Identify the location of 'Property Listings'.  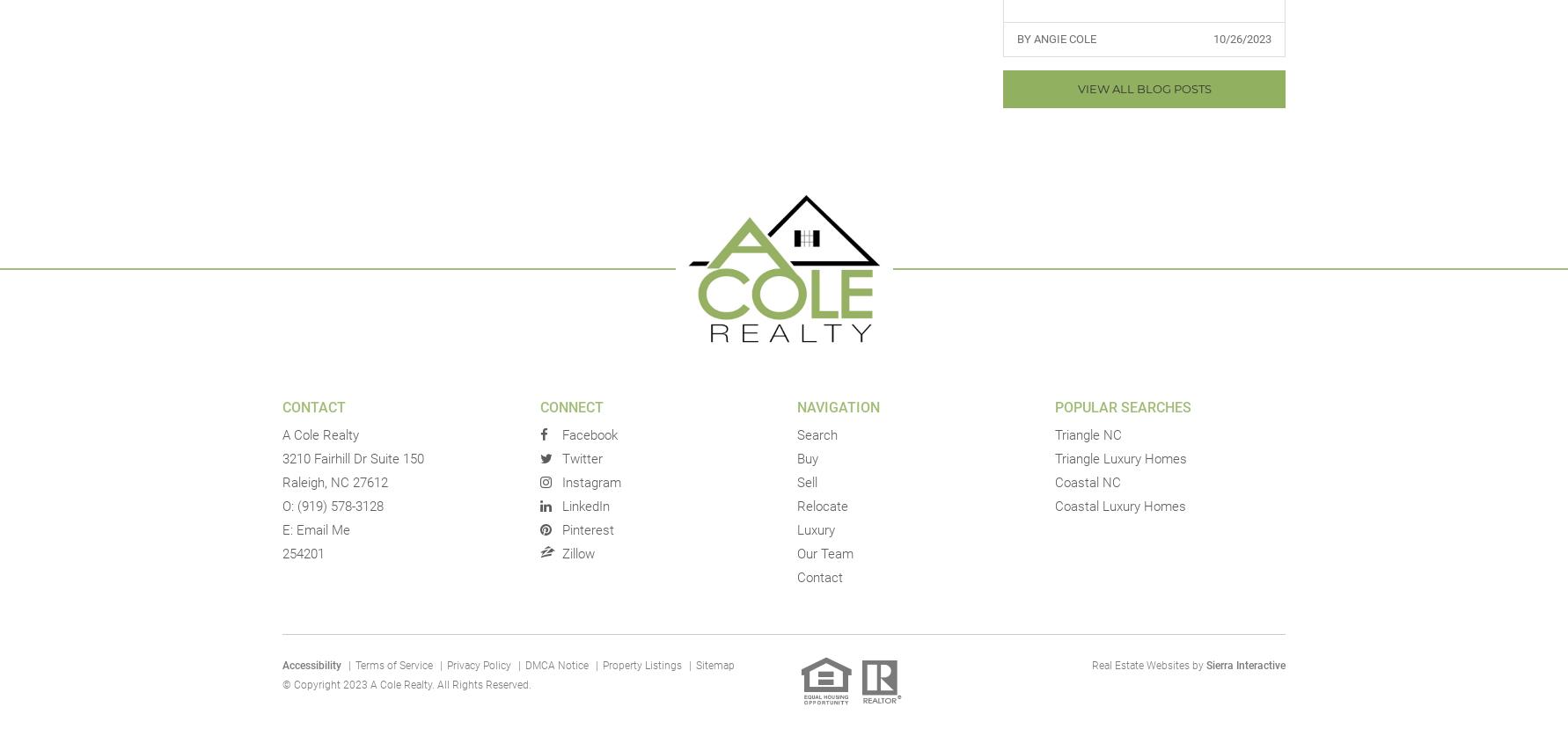
(642, 665).